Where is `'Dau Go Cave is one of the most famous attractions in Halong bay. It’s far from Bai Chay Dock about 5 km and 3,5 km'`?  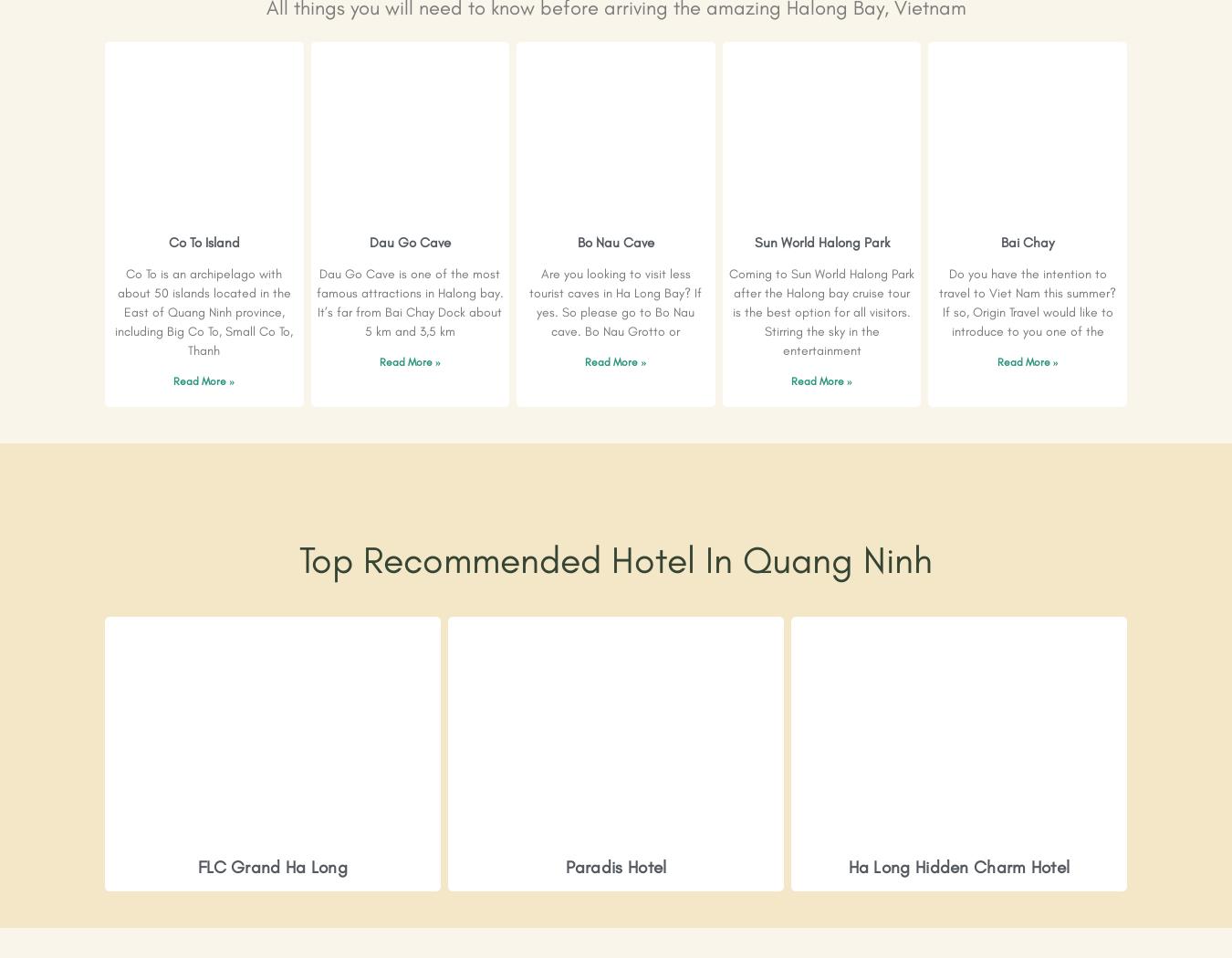 'Dau Go Cave is one of the most famous attractions in Halong bay. It’s far from Bai Chay Dock about 5 km and 3,5 km' is located at coordinates (316, 301).